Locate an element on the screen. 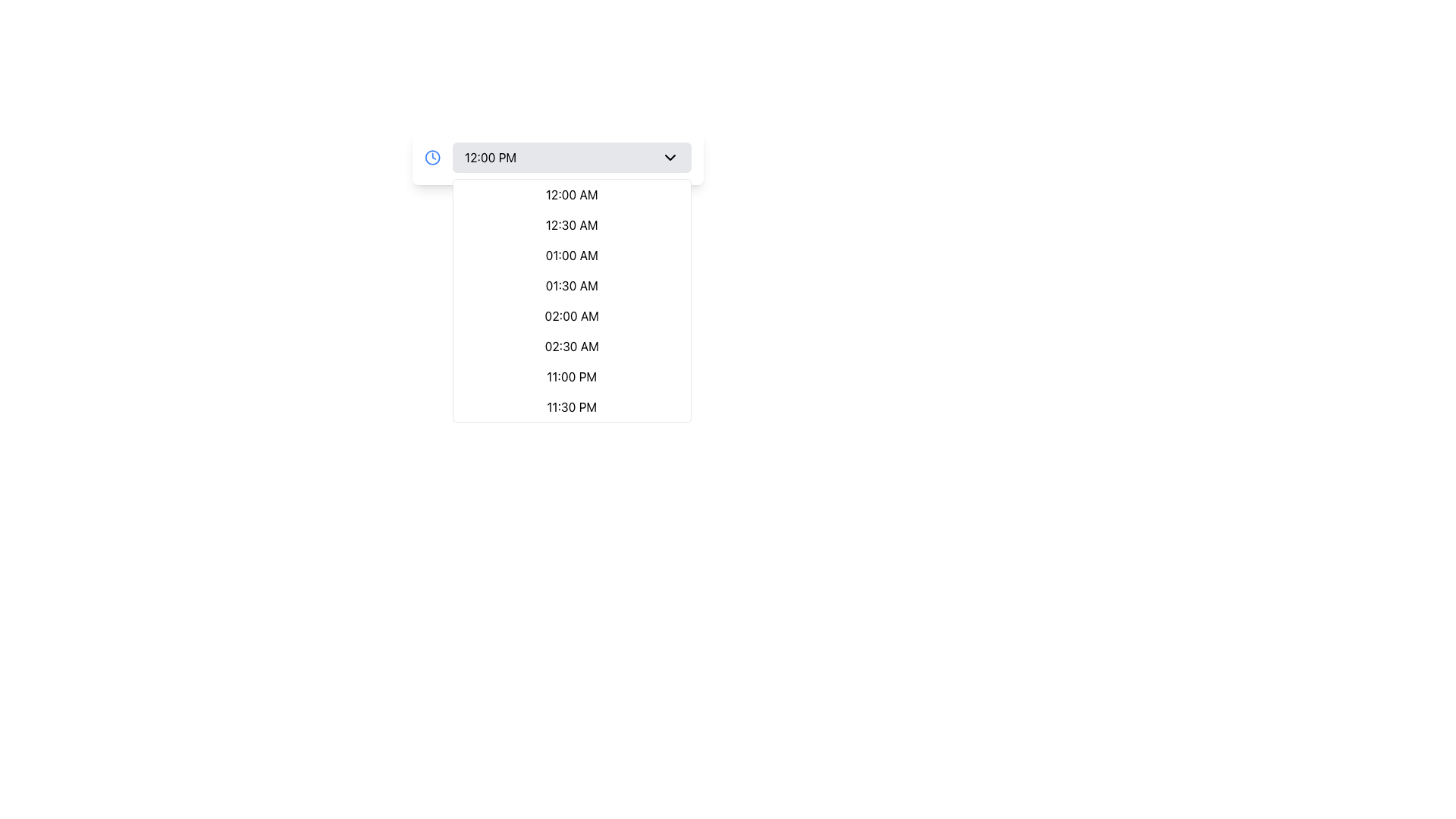 This screenshot has height=819, width=1456. the list item displaying '01:30 AM' in the dropdown menu is located at coordinates (571, 286).